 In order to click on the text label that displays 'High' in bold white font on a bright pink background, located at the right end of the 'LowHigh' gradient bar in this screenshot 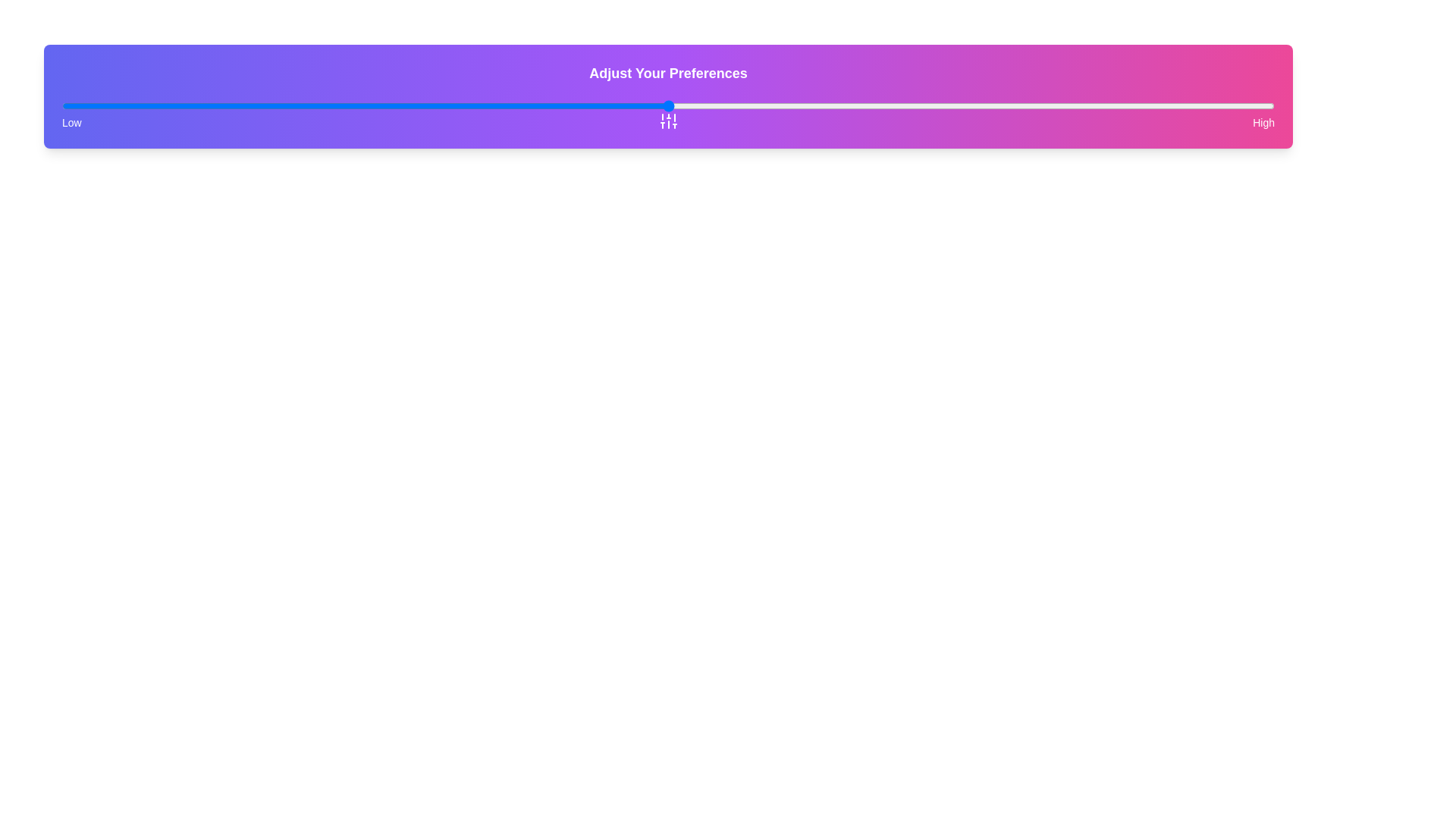, I will do `click(1263, 122)`.